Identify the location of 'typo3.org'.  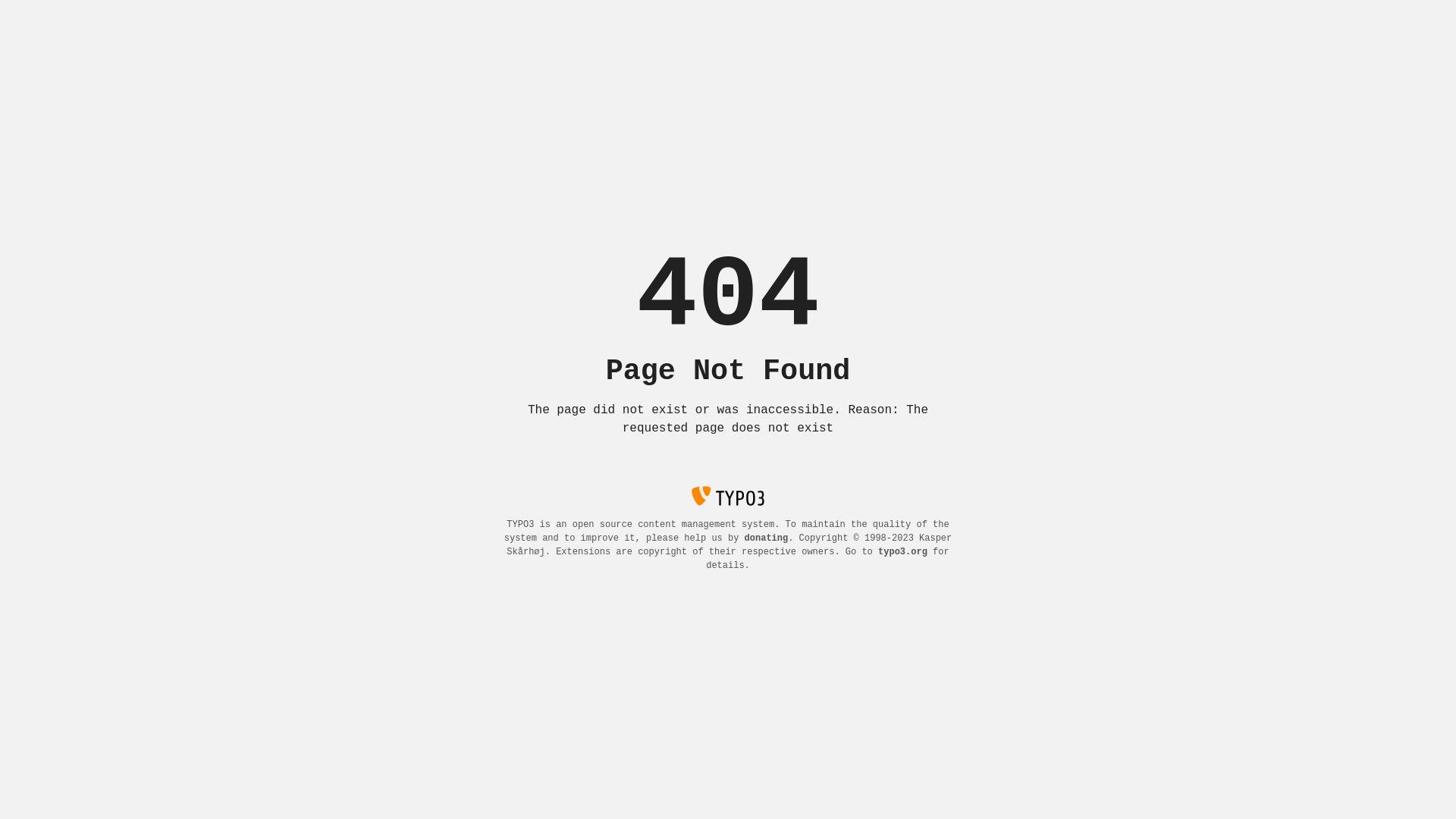
(902, 552).